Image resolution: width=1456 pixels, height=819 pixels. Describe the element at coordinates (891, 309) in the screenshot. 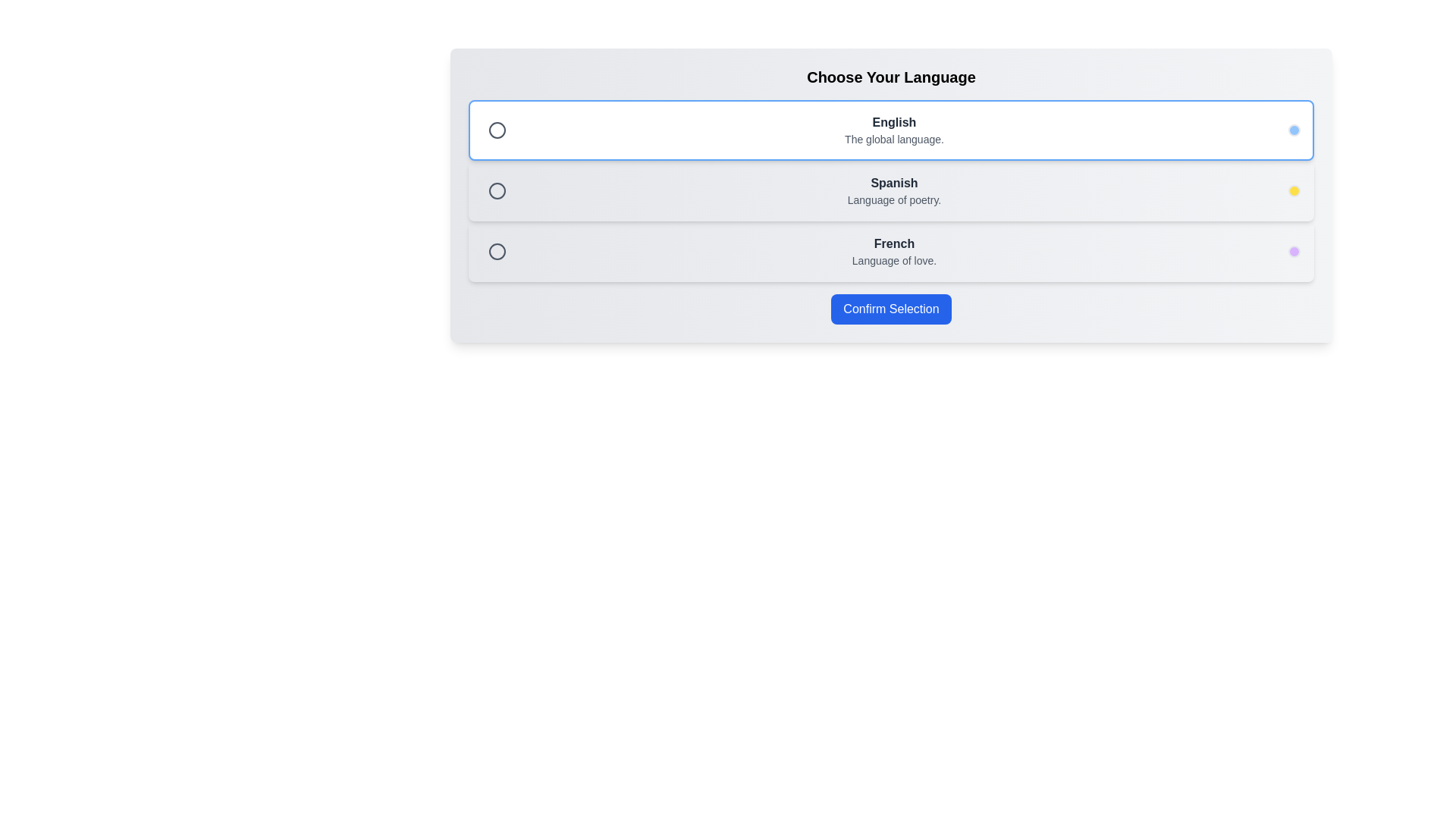

I see `the confirmation button located below the language options to confirm the user's selection` at that location.